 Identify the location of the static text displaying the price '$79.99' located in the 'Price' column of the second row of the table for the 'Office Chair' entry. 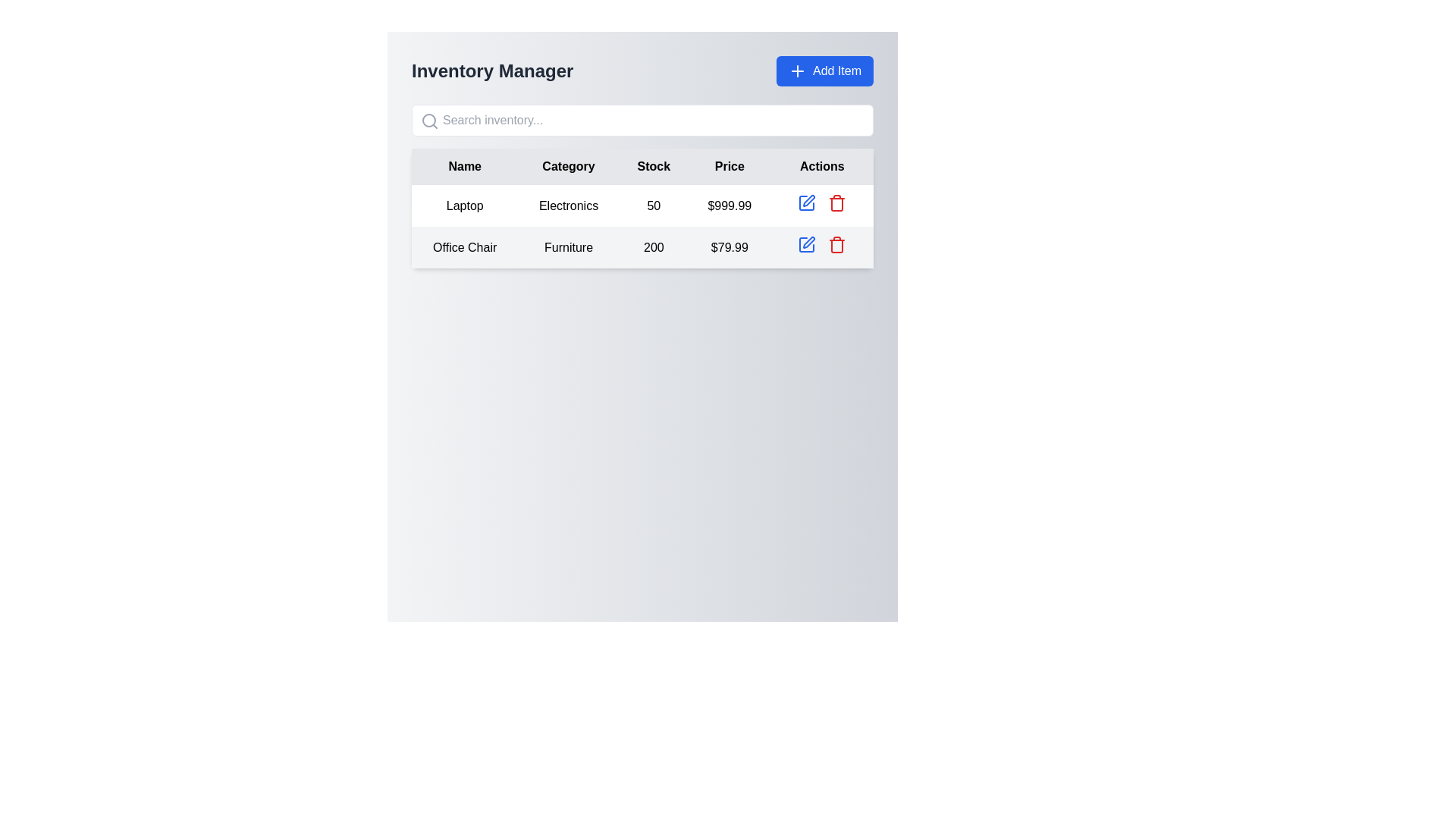
(730, 246).